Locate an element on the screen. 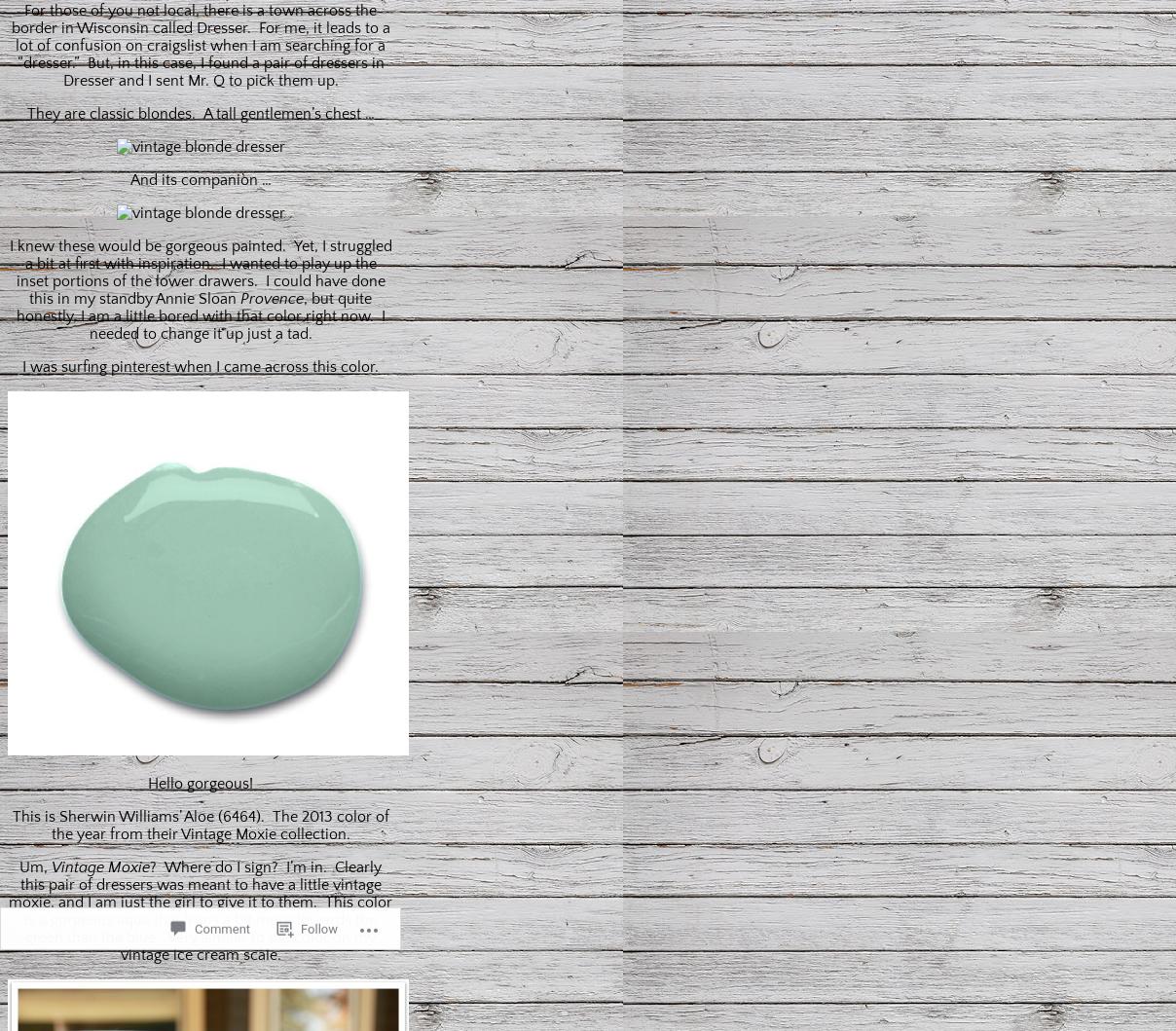 The width and height of the screenshot is (1176, 1031). 'Hello gorgeous!' is located at coordinates (200, 781).